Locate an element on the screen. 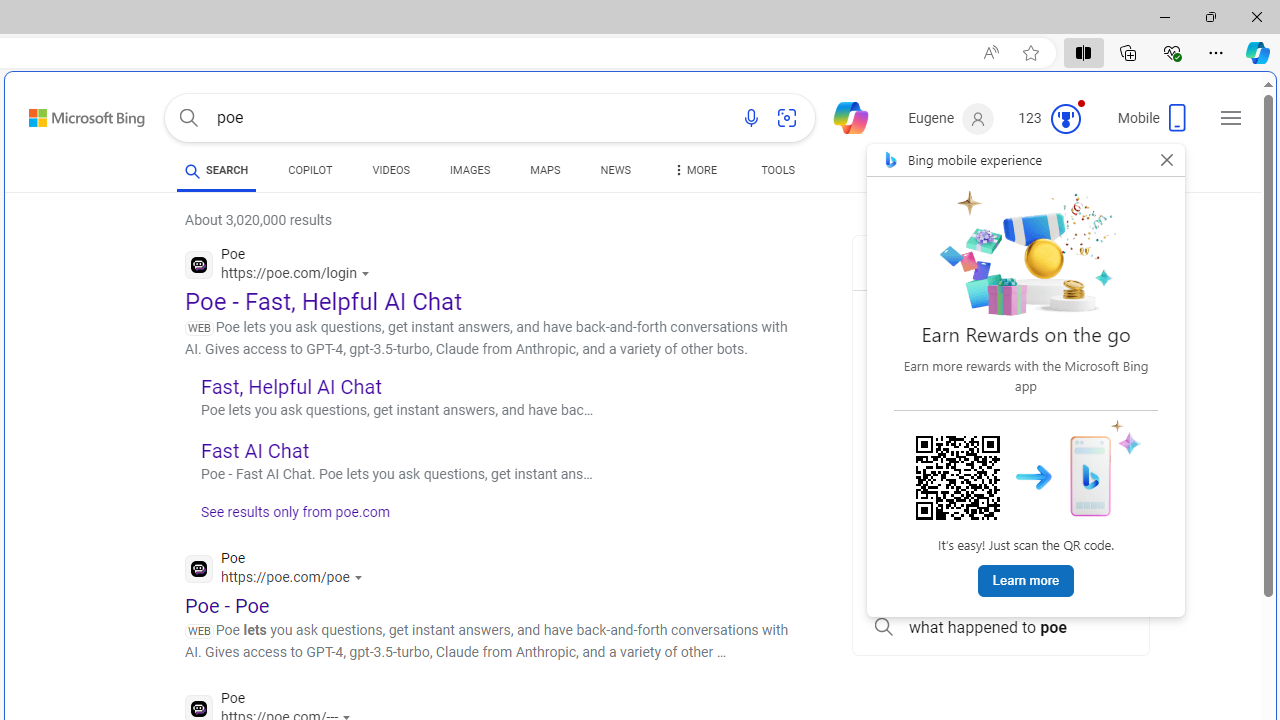  'MORE' is located at coordinates (693, 172).